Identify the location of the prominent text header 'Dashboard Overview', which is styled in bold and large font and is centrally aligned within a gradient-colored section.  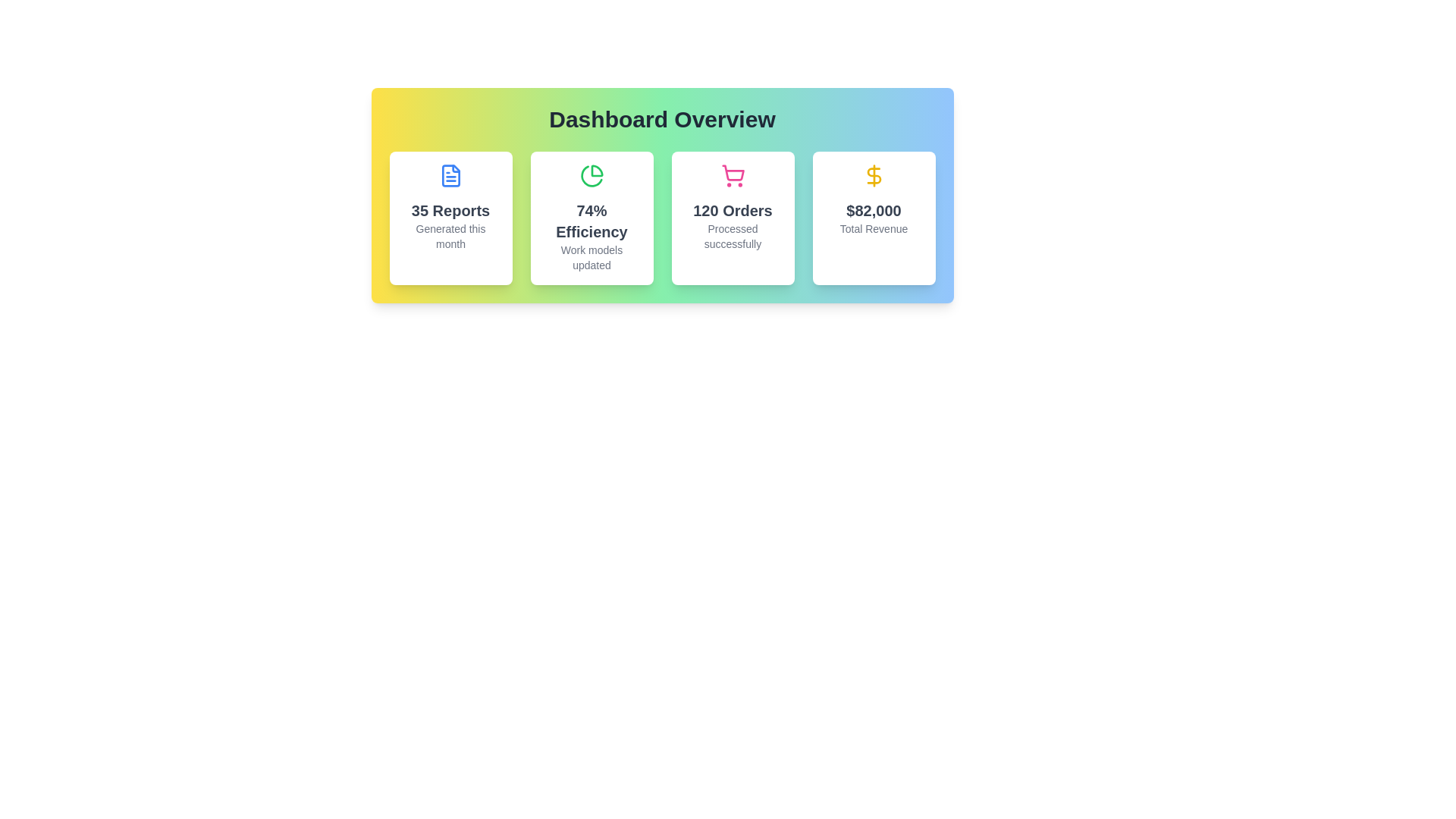
(662, 119).